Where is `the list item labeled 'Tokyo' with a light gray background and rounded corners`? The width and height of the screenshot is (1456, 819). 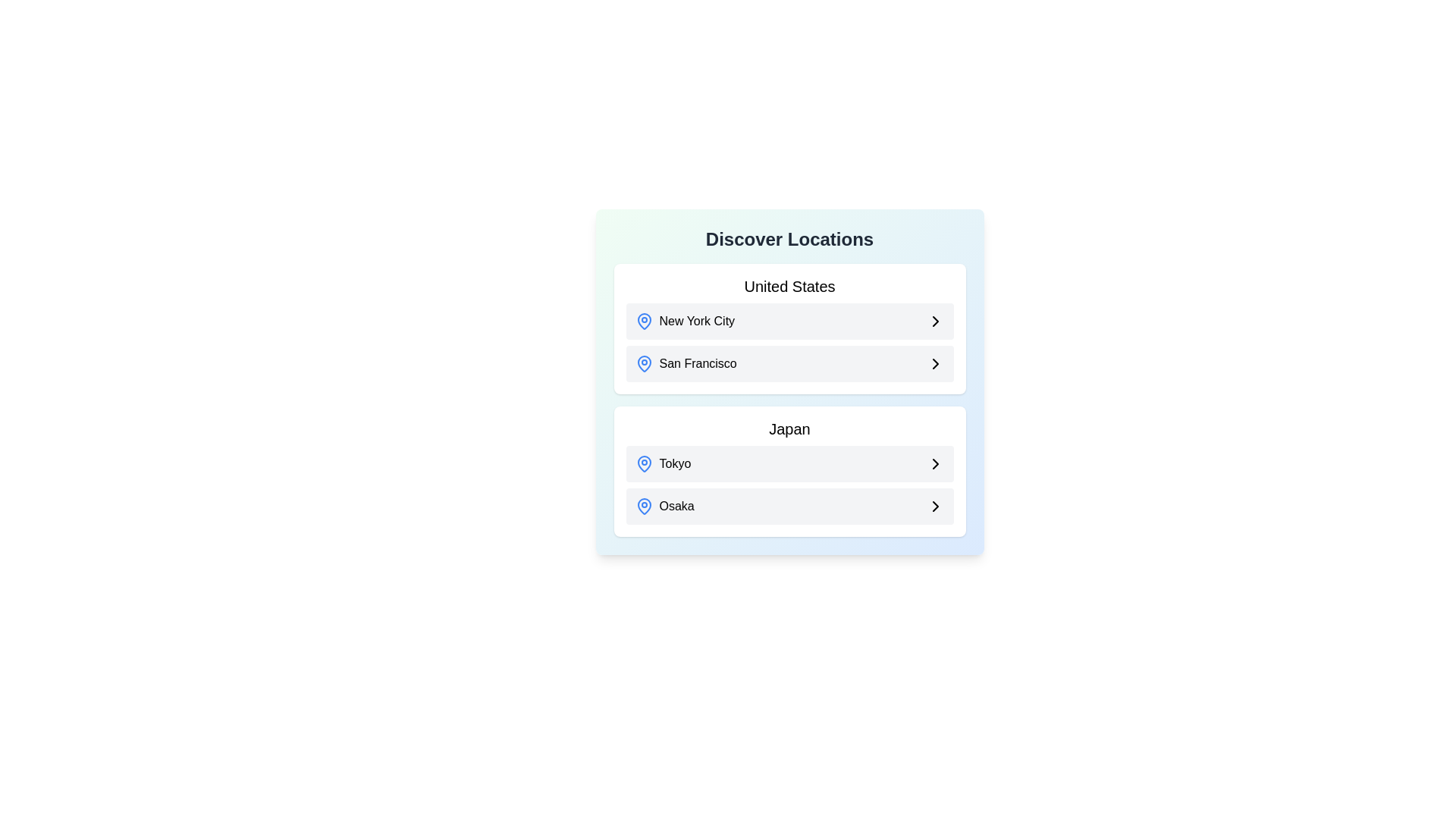 the list item labeled 'Tokyo' with a light gray background and rounded corners is located at coordinates (789, 463).